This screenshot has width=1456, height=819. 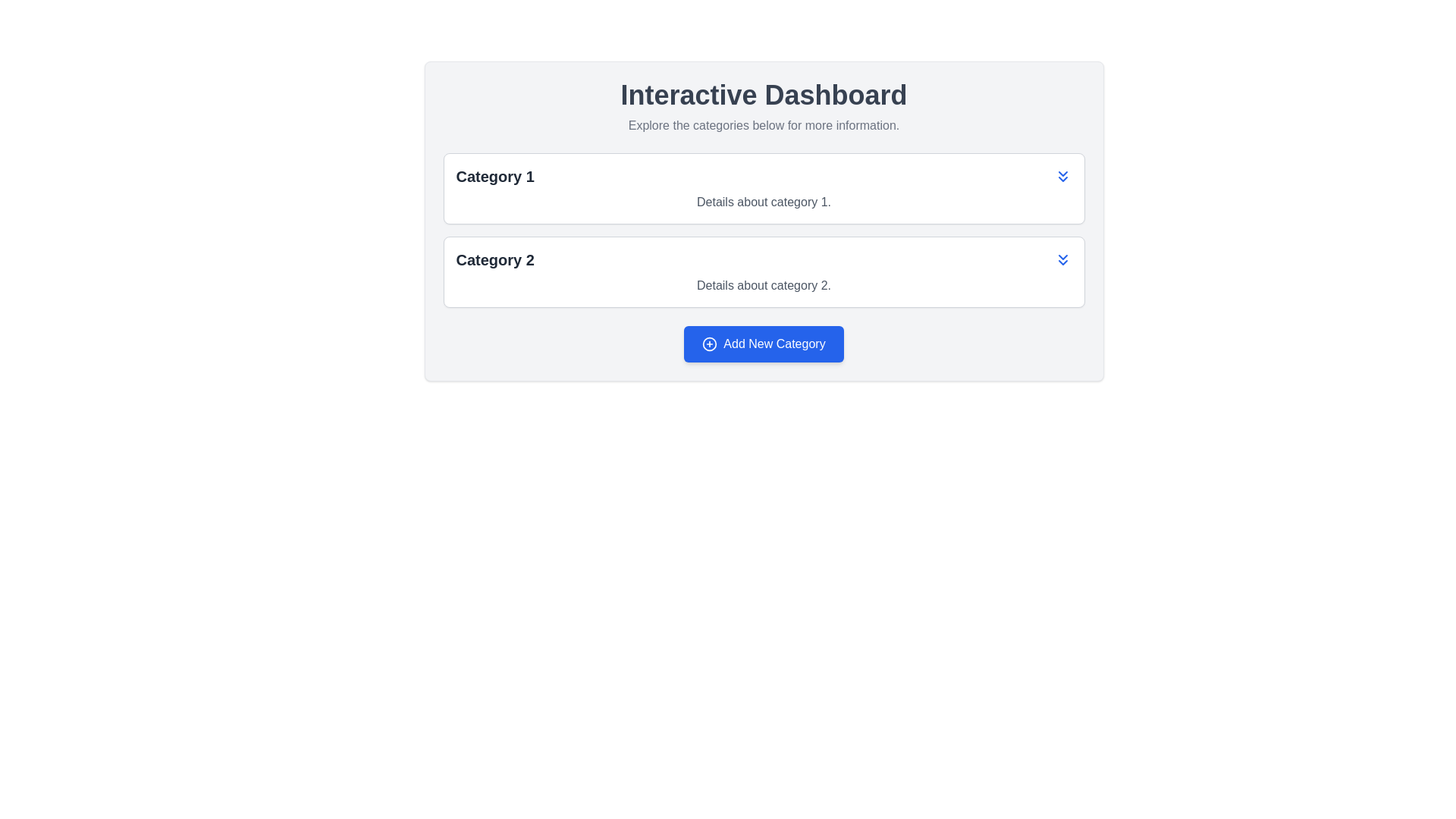 What do you see at coordinates (764, 344) in the screenshot?
I see `the blue button labeled 'Add New Category' with a plus icon to observe its visual response` at bounding box center [764, 344].